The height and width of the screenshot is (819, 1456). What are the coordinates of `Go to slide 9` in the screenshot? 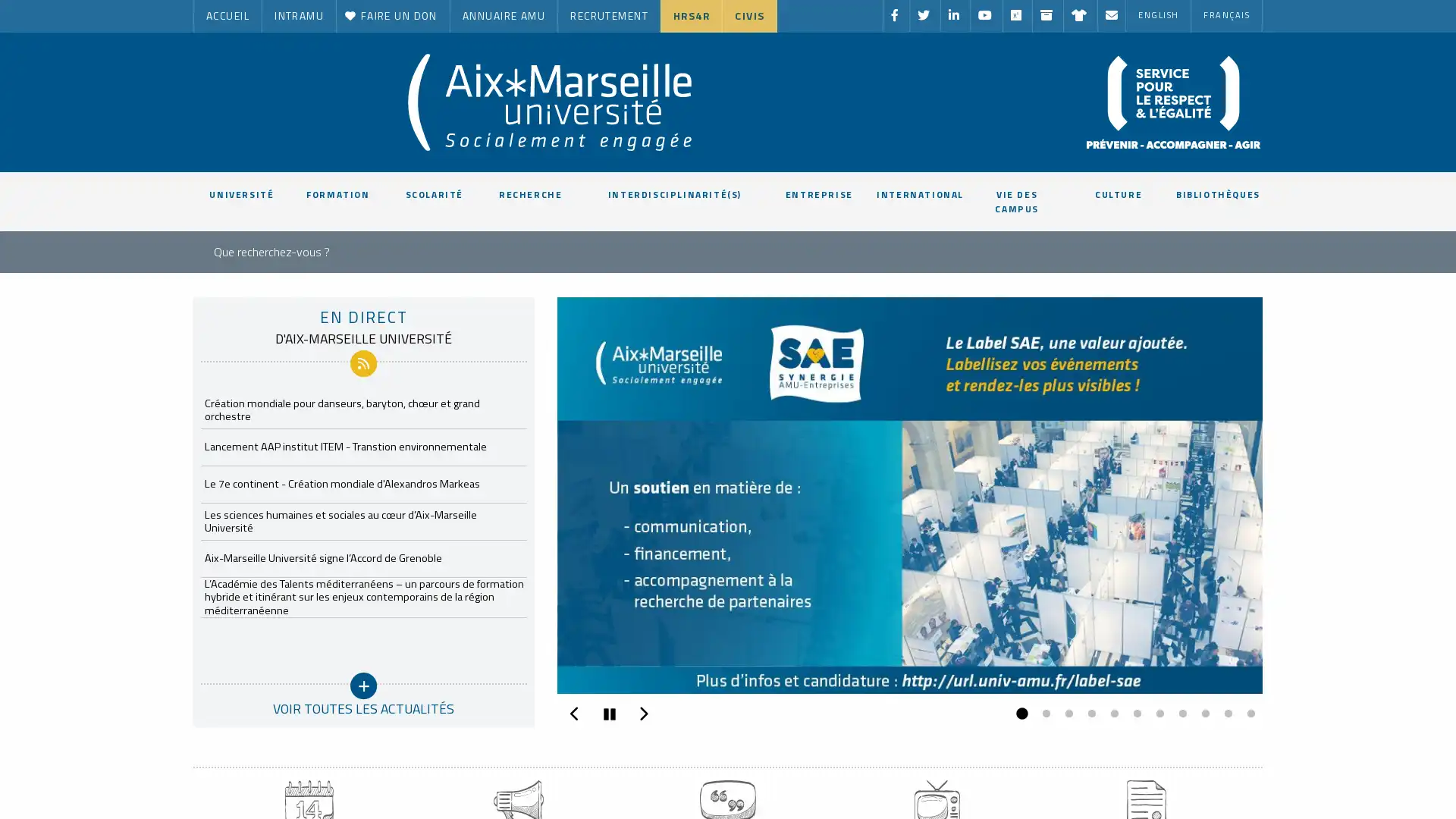 It's located at (1200, 714).